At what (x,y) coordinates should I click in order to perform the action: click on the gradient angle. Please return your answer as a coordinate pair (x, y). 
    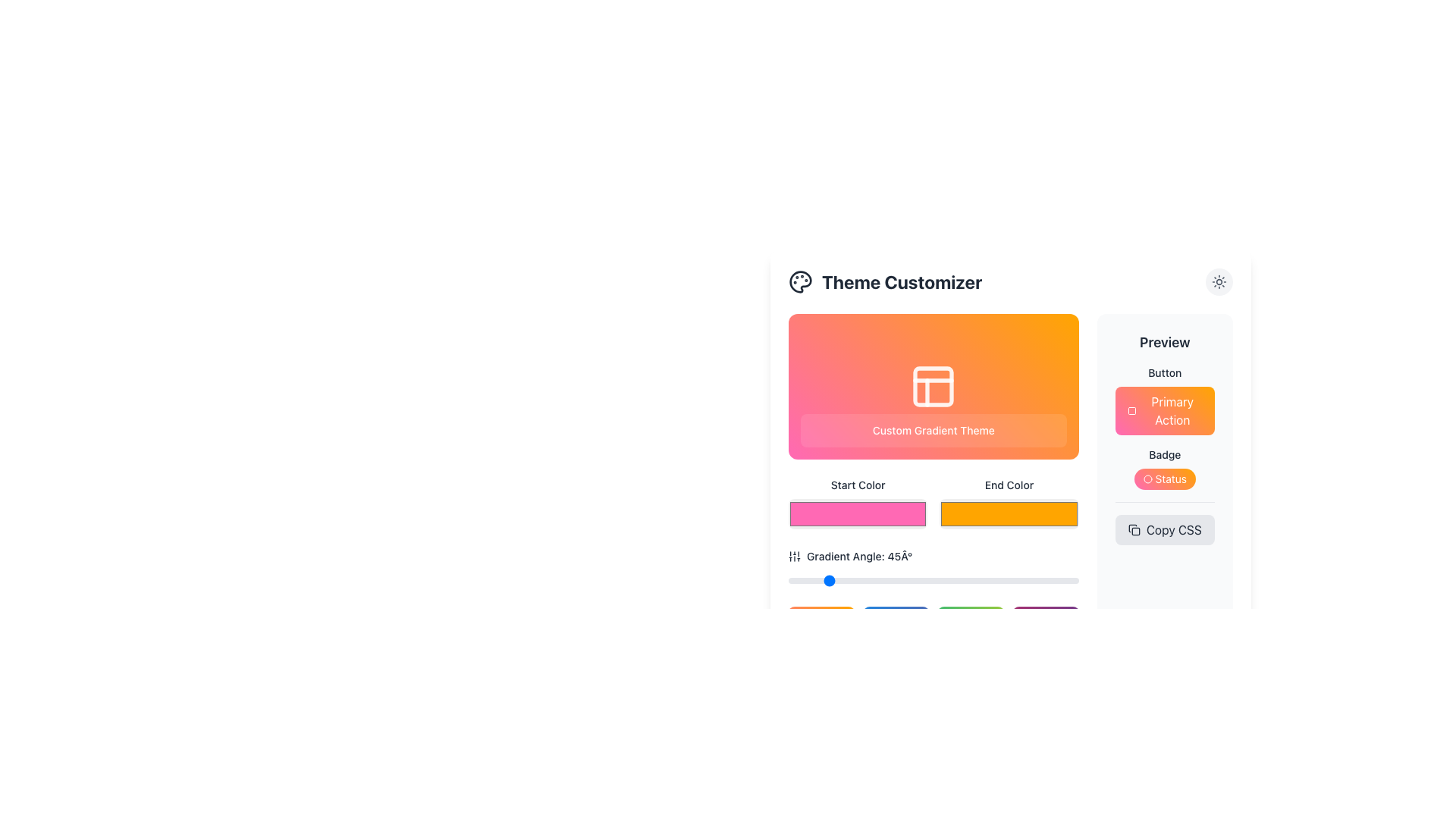
    Looking at the image, I should click on (968, 580).